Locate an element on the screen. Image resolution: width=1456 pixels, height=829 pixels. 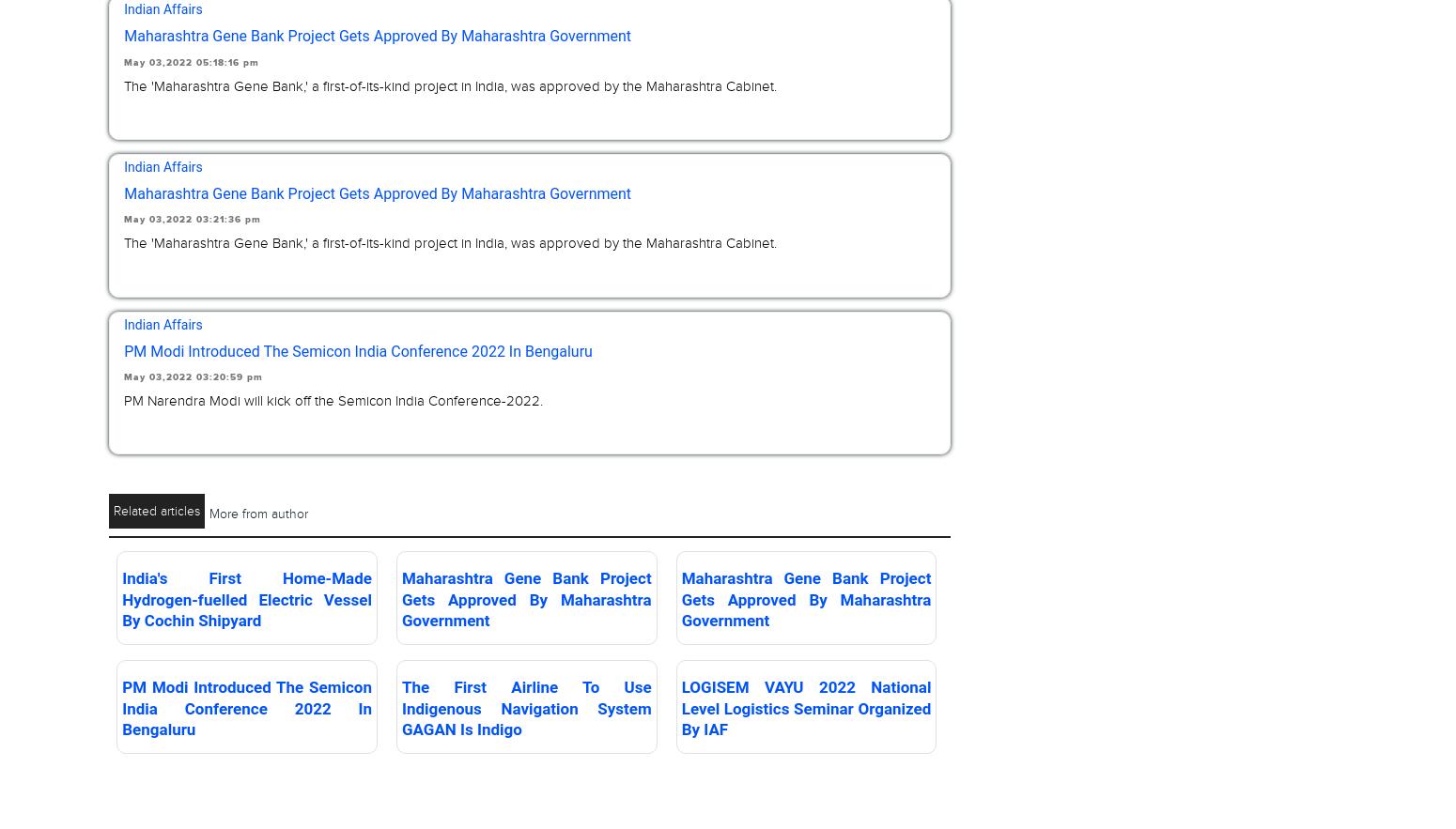
'More from author' is located at coordinates (258, 514).